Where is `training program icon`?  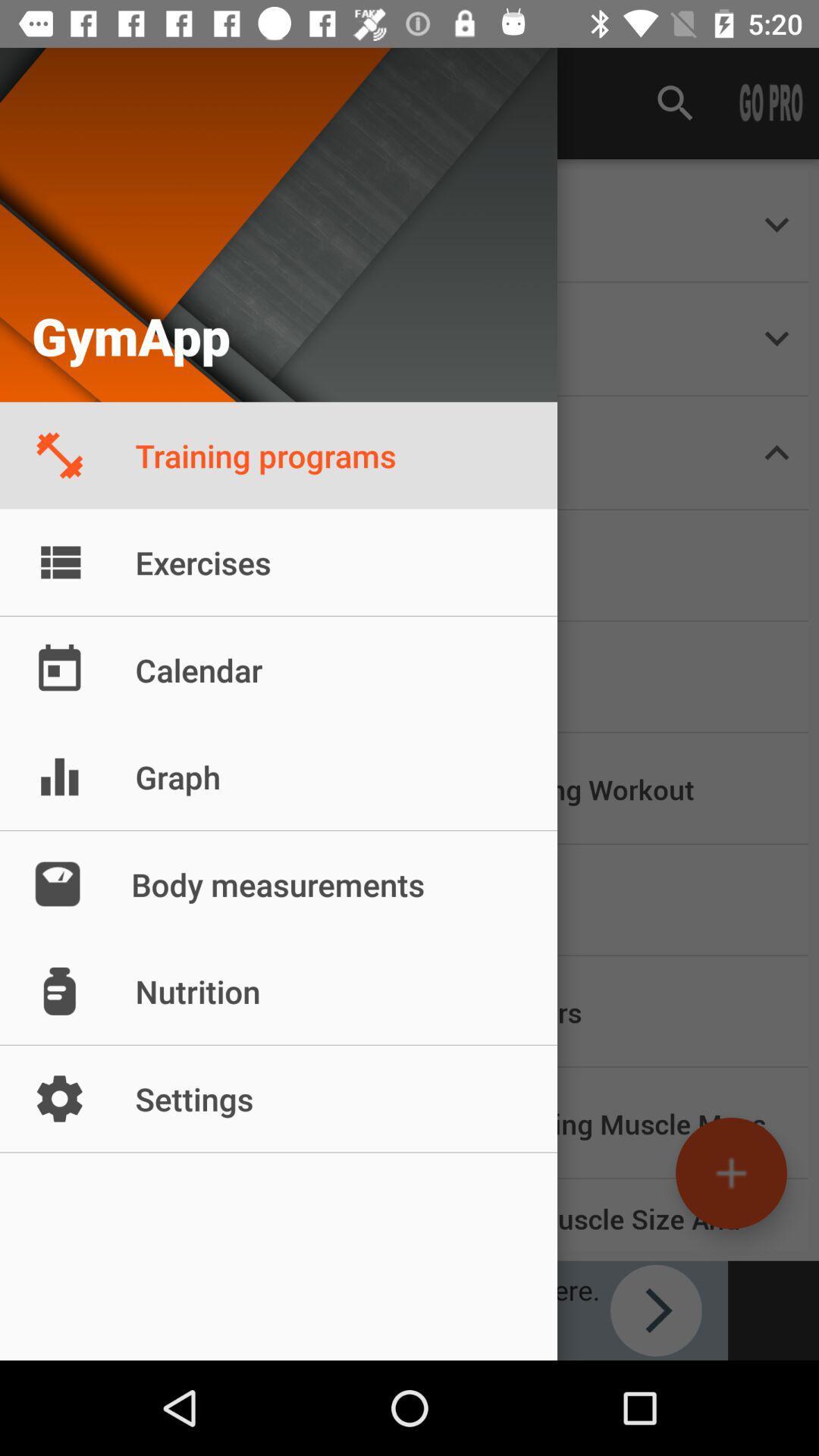 training program icon is located at coordinates (65, 452).